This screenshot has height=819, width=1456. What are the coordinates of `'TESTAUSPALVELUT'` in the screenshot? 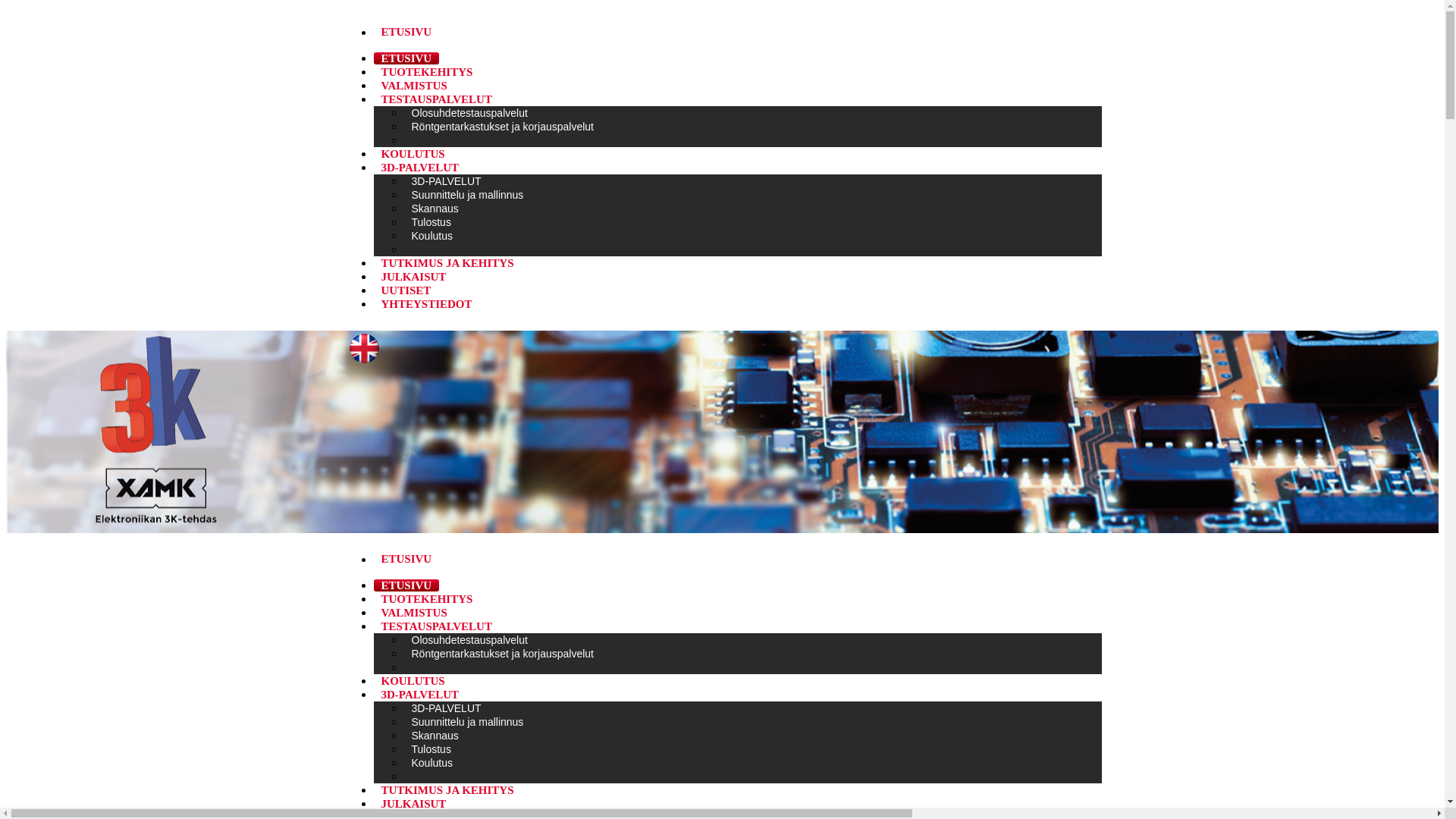 It's located at (435, 626).